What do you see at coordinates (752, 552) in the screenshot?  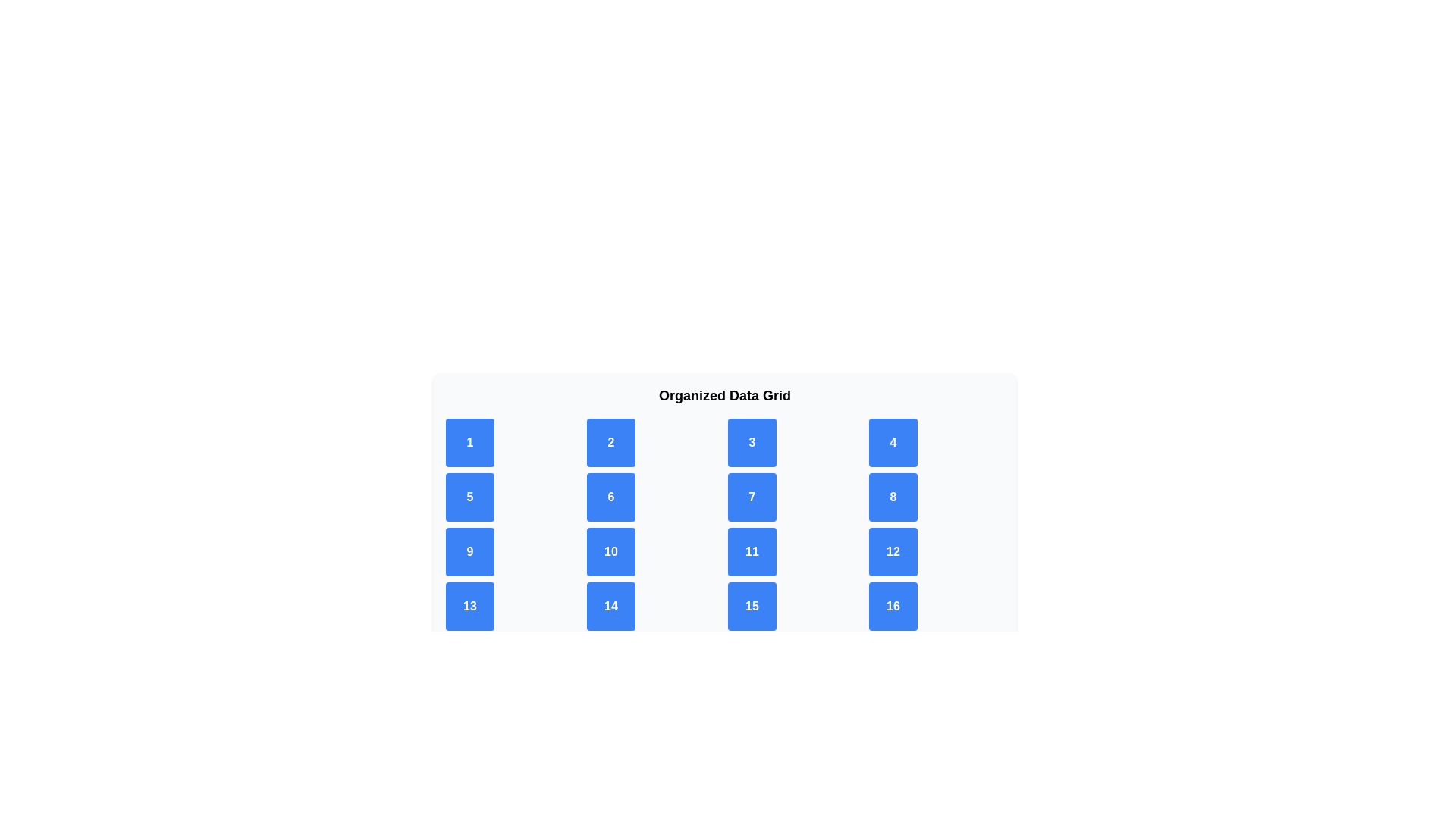 I see `the button labeled '11' located in the third column and third row of a four-column grid, positioned between '7' and '15'` at bounding box center [752, 552].